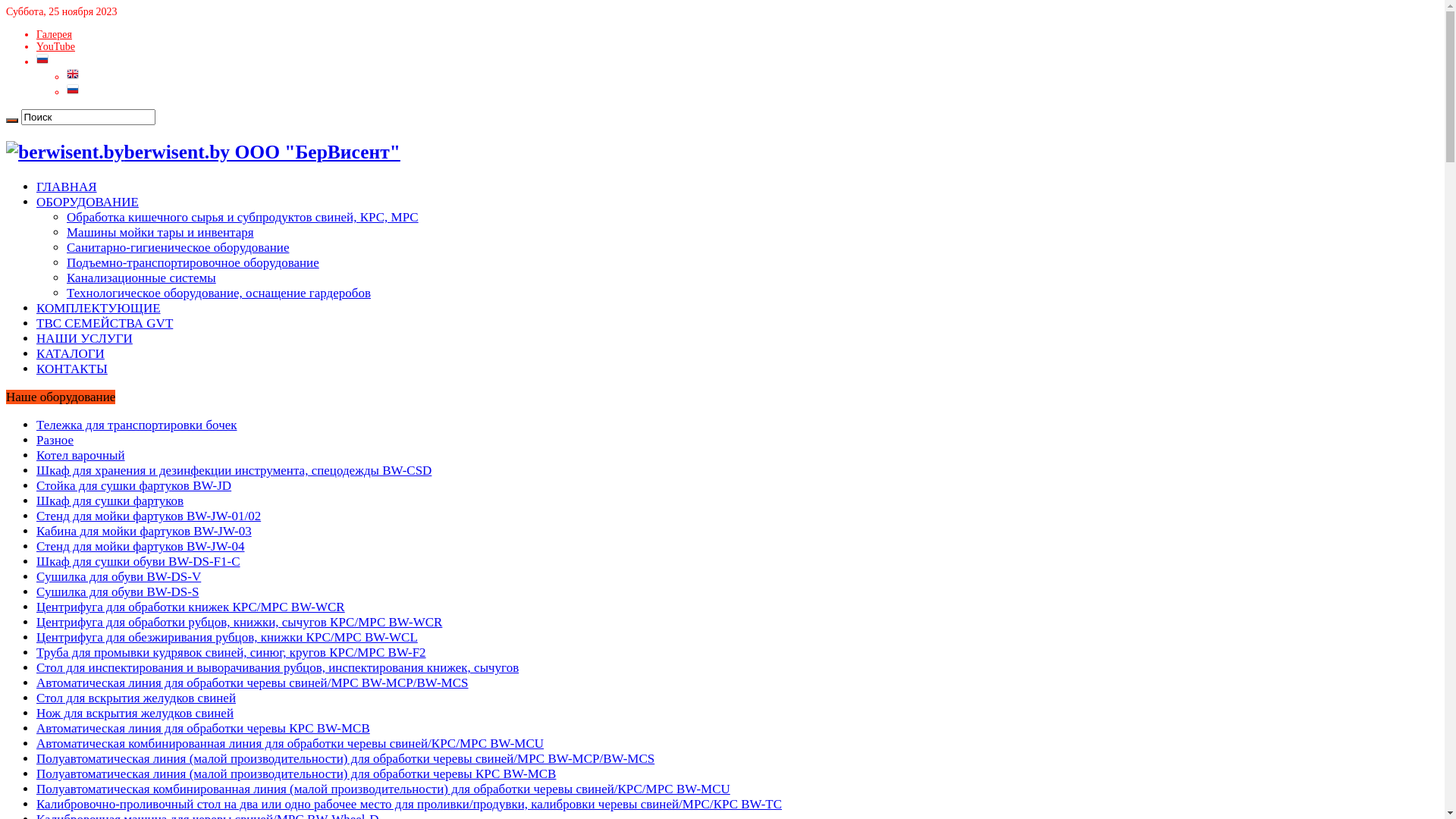 The height and width of the screenshot is (819, 1456). I want to click on 'English', so click(72, 77).